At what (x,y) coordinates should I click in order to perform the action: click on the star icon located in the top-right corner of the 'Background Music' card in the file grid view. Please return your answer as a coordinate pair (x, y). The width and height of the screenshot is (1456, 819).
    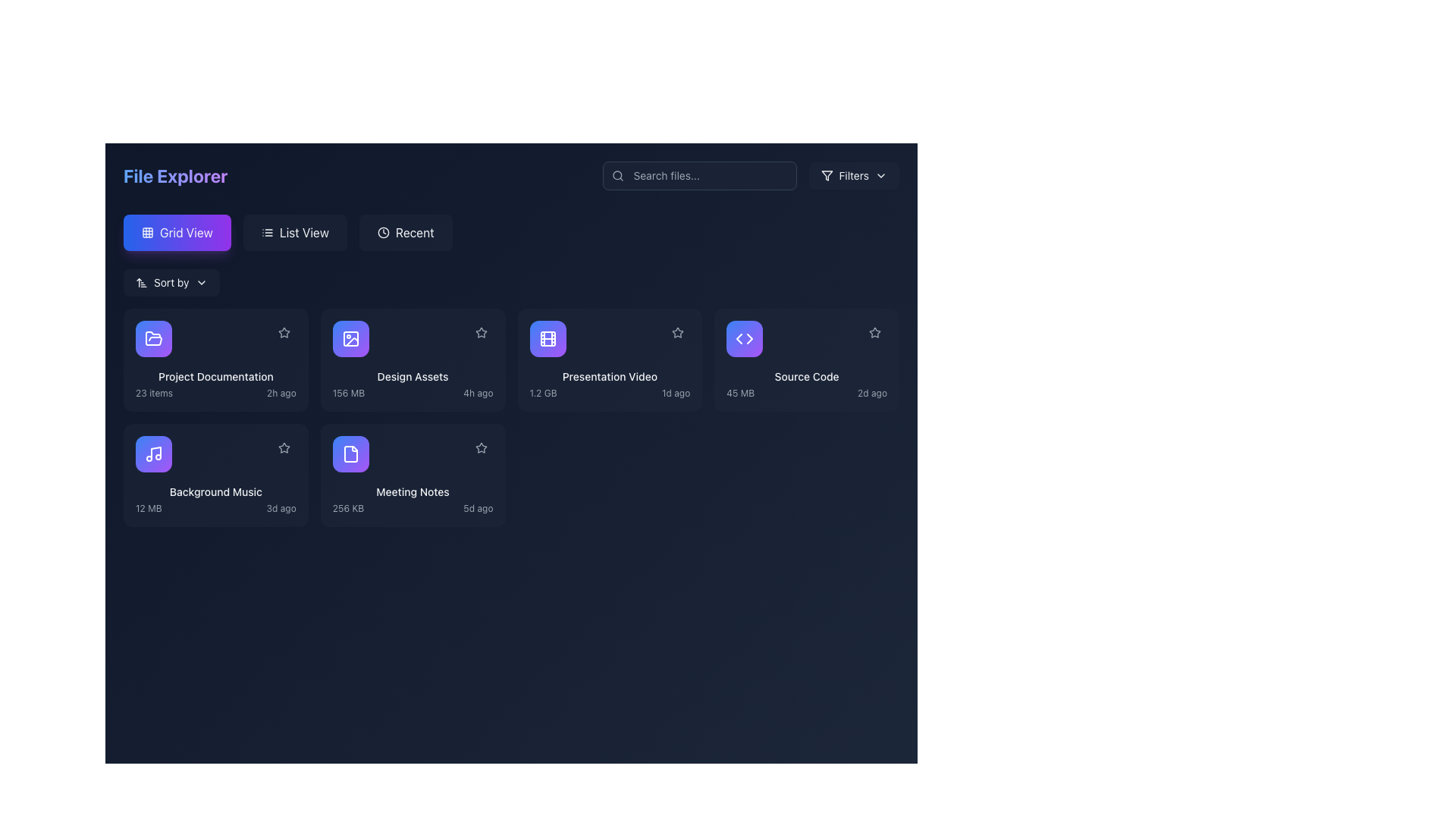
    Looking at the image, I should click on (284, 447).